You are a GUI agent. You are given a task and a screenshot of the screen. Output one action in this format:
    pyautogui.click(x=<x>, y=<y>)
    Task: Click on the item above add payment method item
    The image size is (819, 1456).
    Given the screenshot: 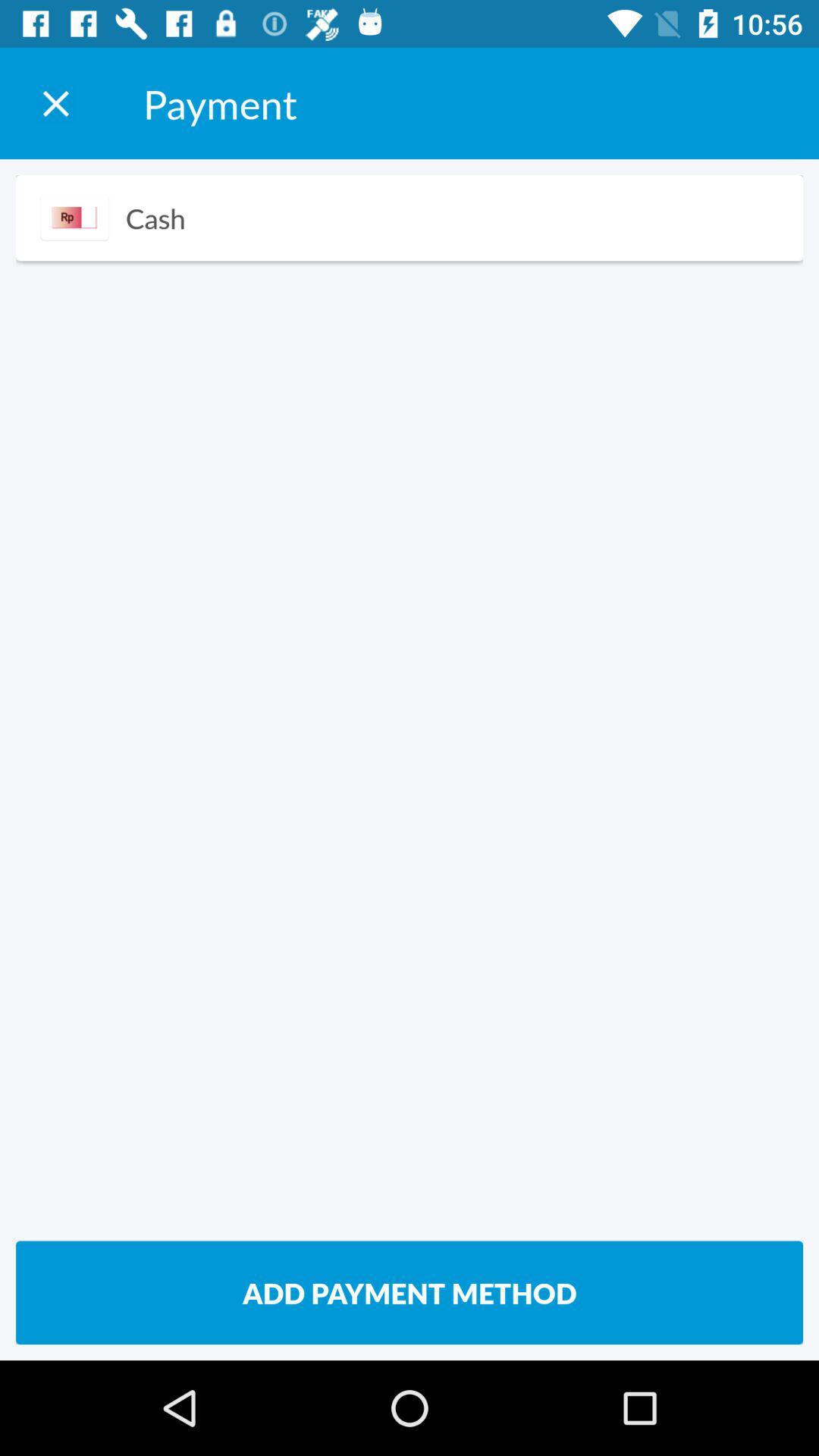 What is the action you would take?
    pyautogui.click(x=74, y=217)
    